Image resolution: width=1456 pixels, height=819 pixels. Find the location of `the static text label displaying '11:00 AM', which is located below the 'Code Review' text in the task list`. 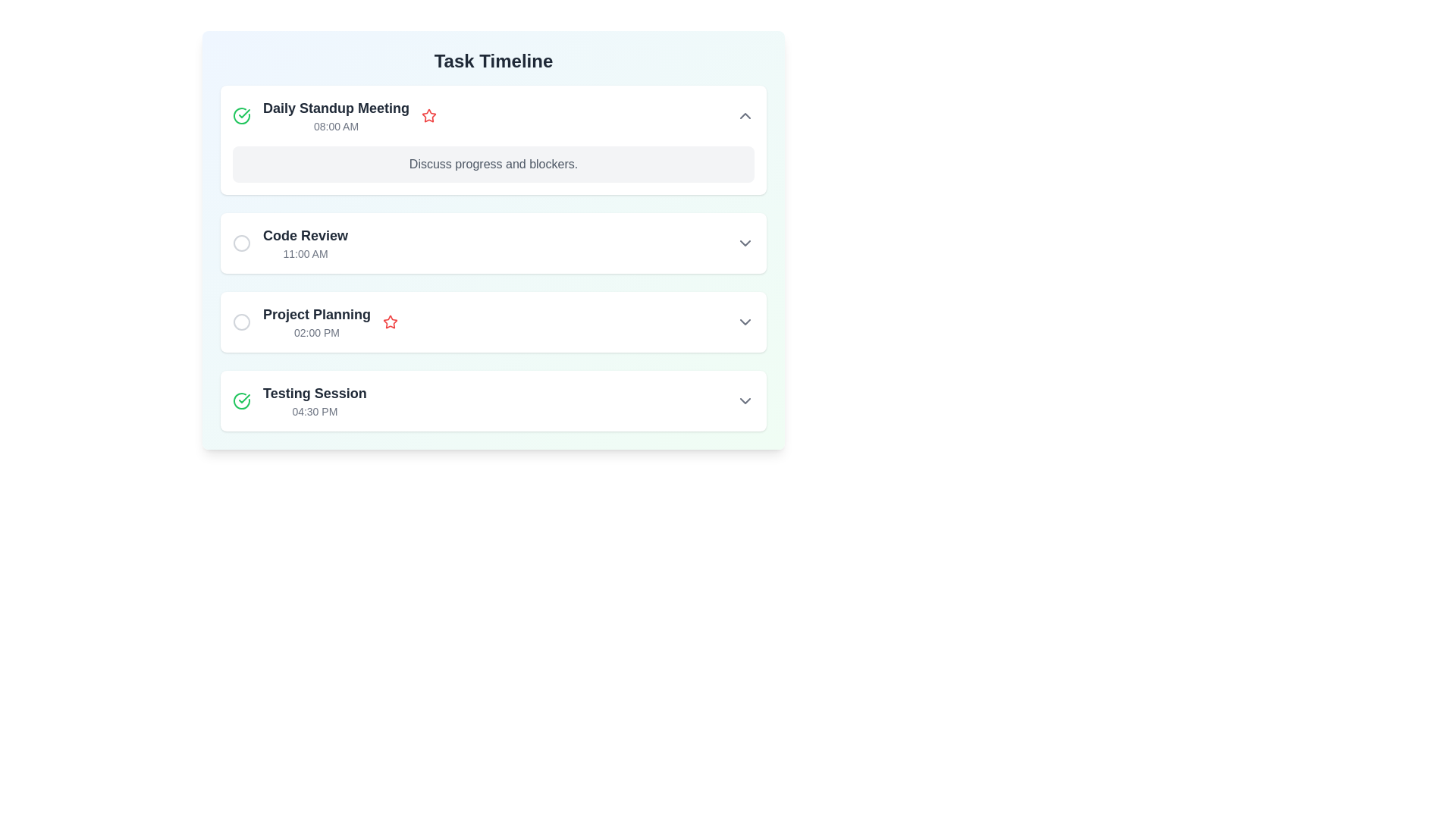

the static text label displaying '11:00 AM', which is located below the 'Code Review' text in the task list is located at coordinates (305, 253).